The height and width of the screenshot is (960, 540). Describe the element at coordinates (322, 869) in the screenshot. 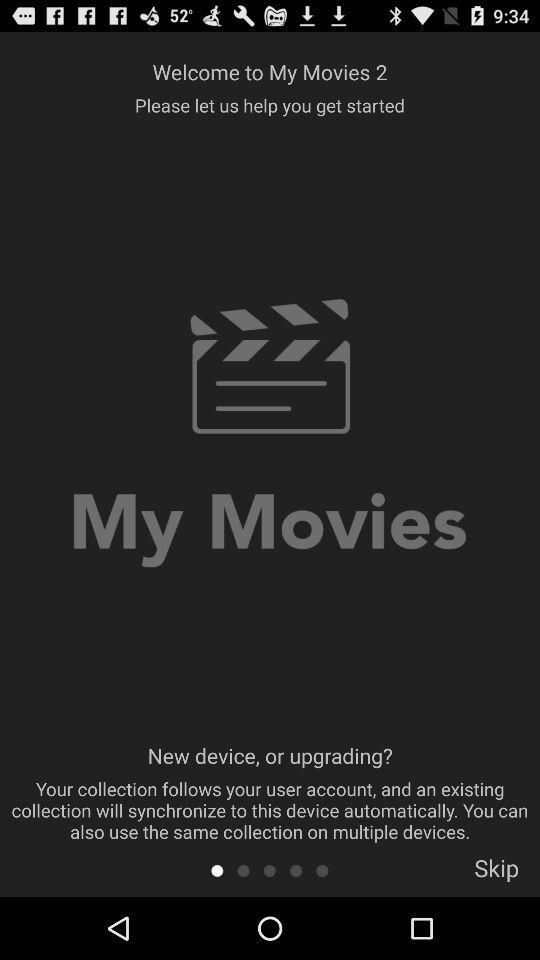

I see `scroll to last` at that location.